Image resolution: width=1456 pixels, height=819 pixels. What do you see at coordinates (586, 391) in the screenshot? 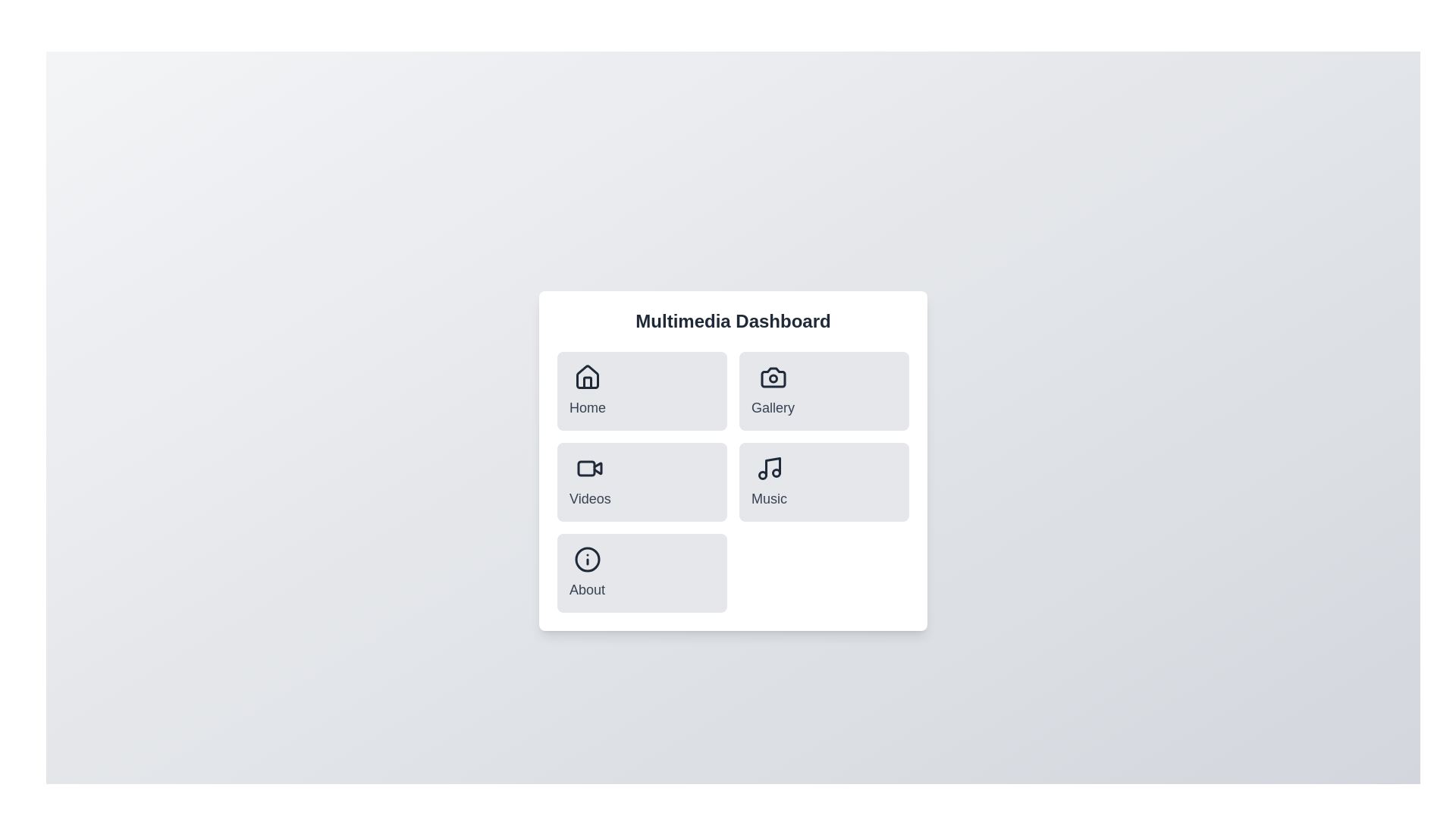
I see `the menu item labeled Home to display its description` at bounding box center [586, 391].